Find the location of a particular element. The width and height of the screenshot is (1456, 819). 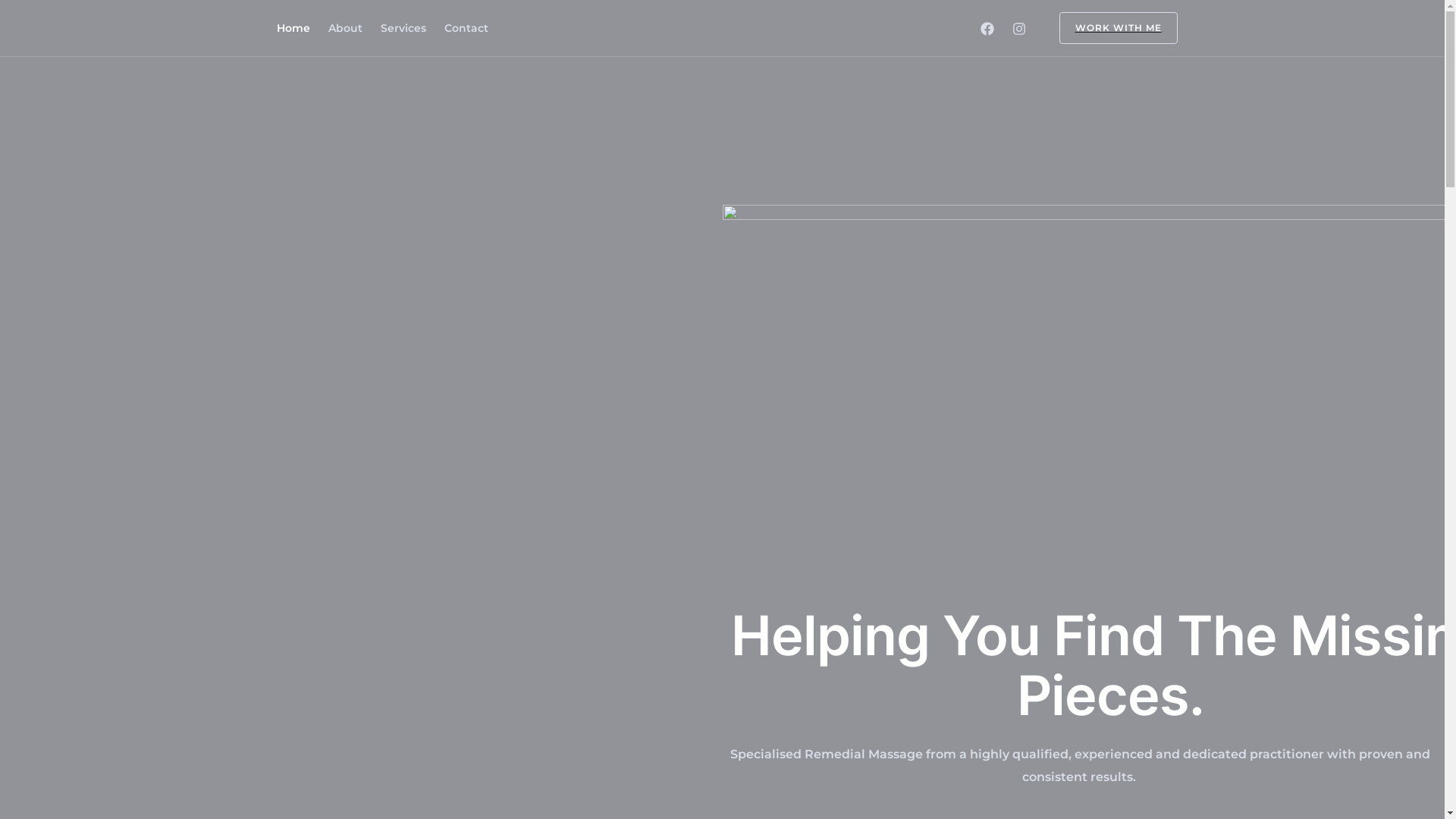

'Services' is located at coordinates (403, 28).